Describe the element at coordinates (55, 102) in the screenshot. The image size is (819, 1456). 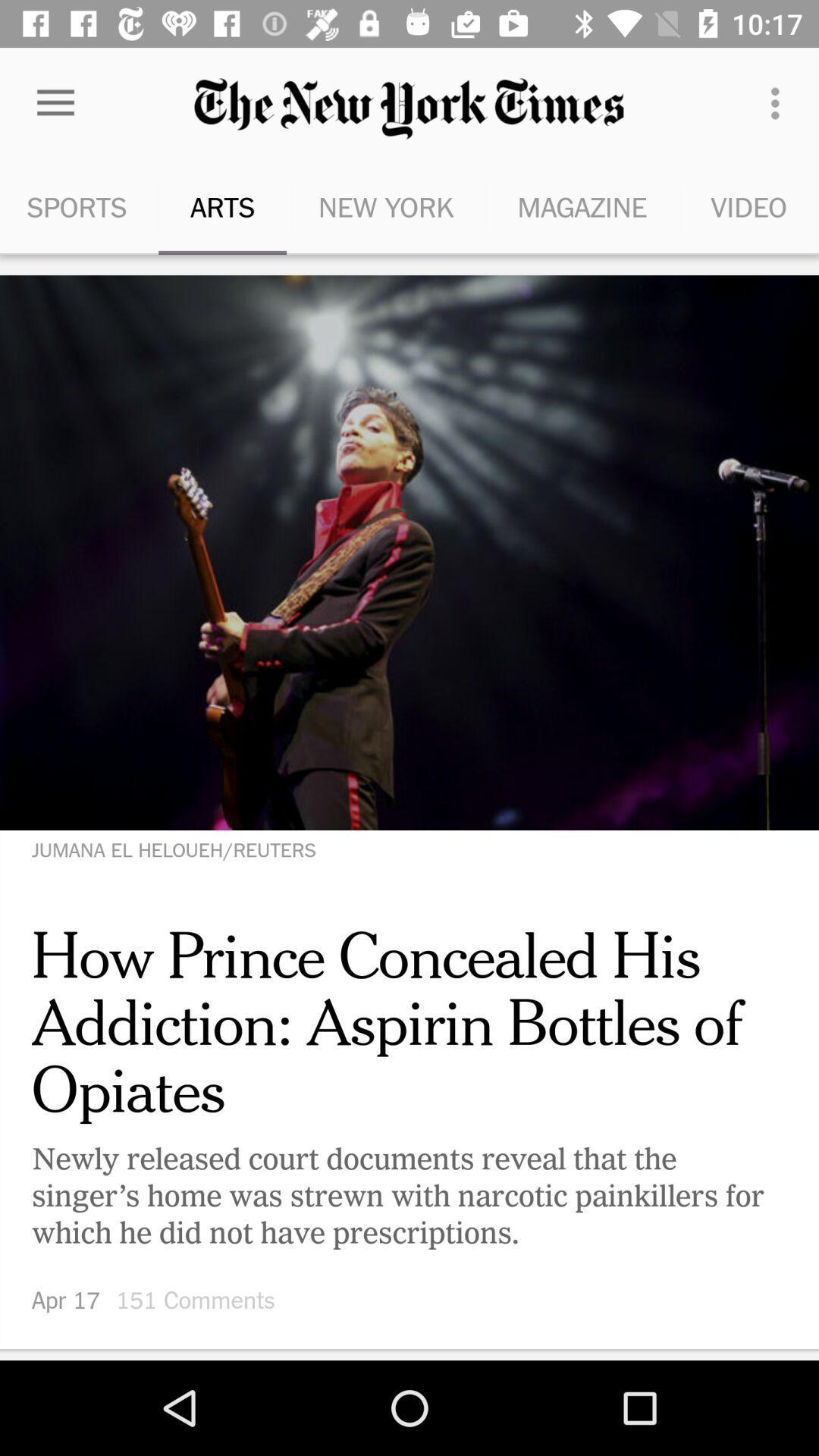
I see `the icon to the left of arts icon` at that location.